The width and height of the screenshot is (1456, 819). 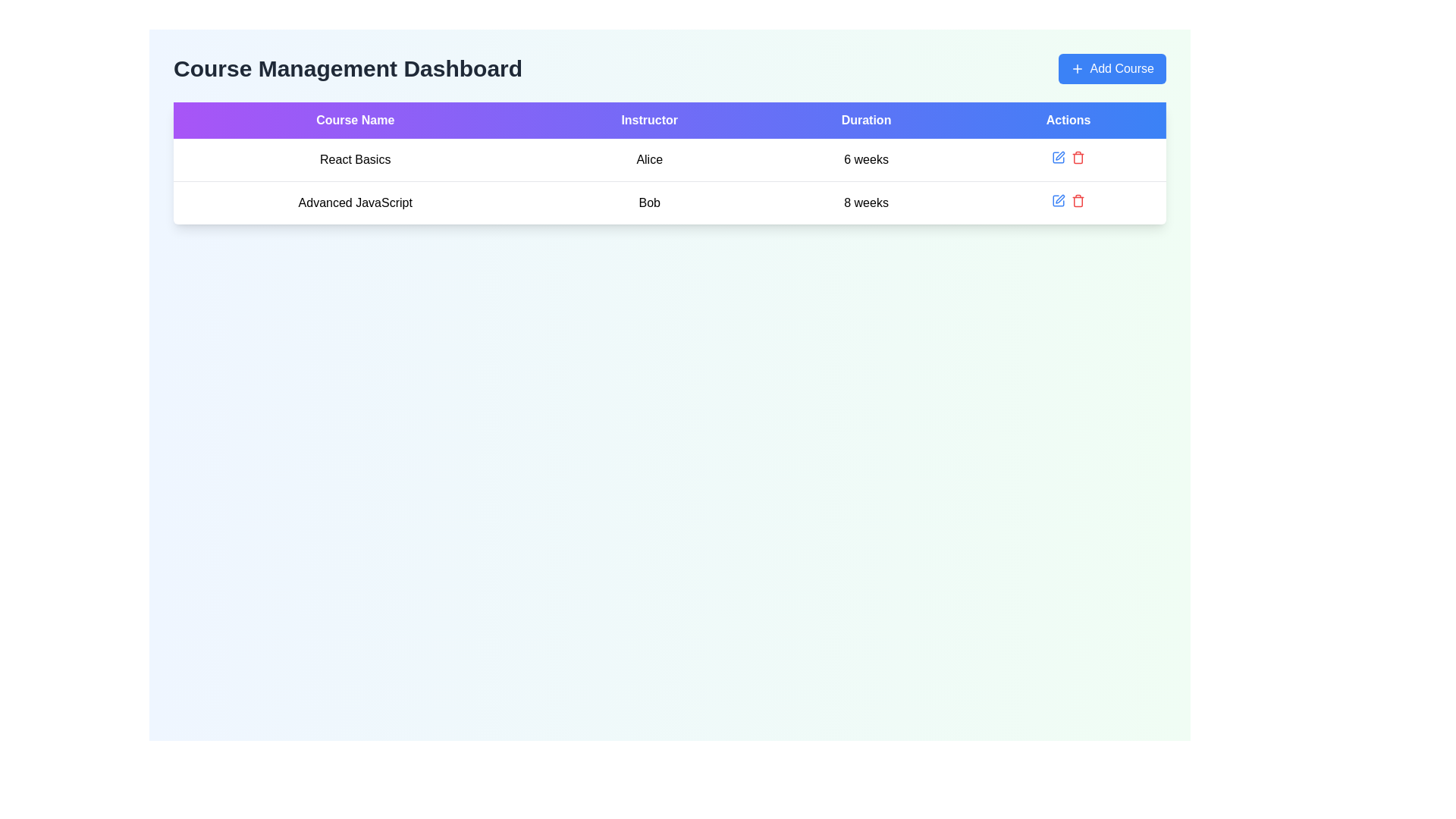 What do you see at coordinates (1068, 119) in the screenshot?
I see `the 'Actions' label, which is the fourth header in the table with a blue background and white text` at bounding box center [1068, 119].